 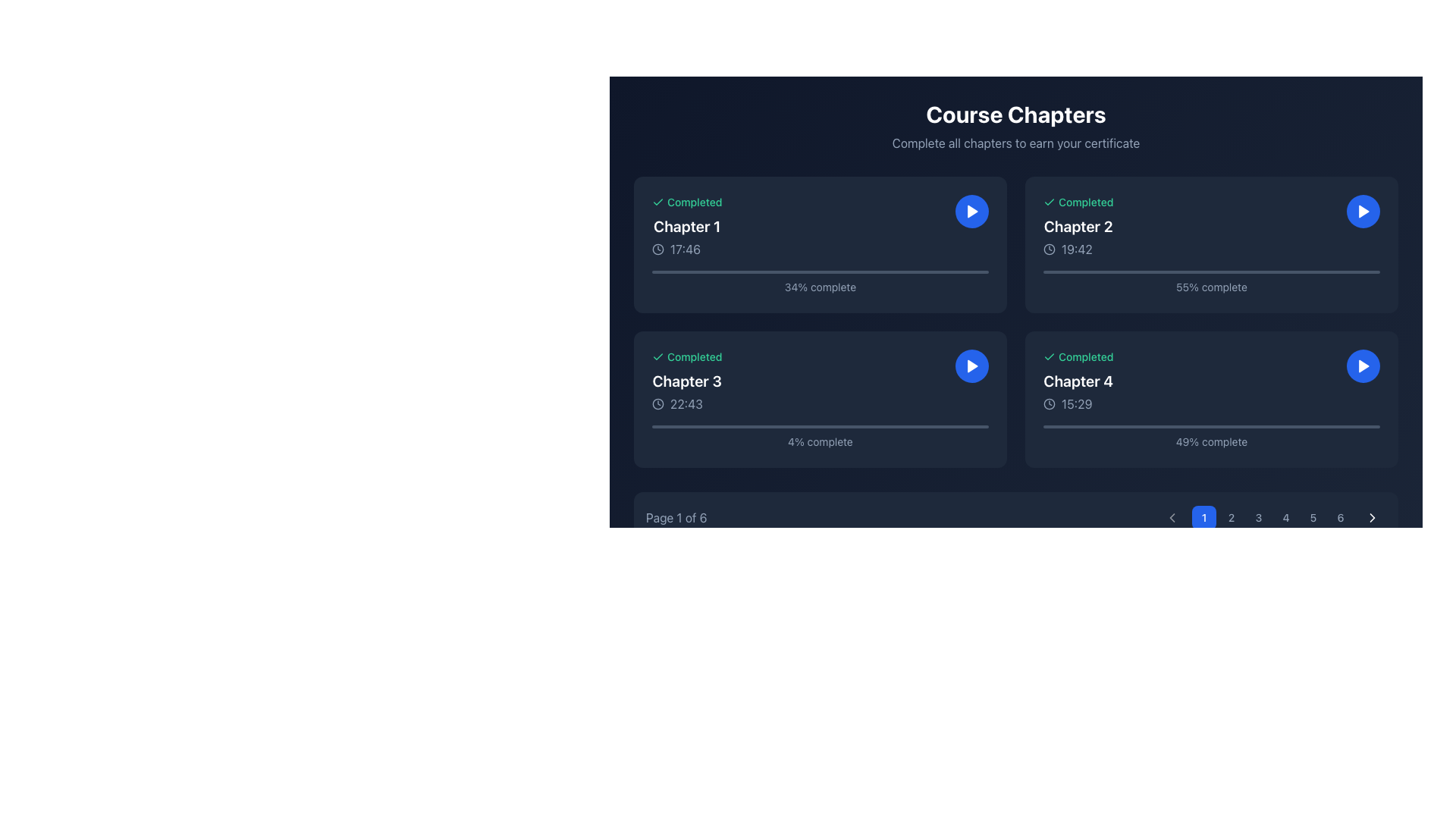 I want to click on the horizontal progress bar located below the '34% complete' text in the 'Chapter 1' card, which features an emerald green inner segment against a slate background, so click(x=819, y=271).